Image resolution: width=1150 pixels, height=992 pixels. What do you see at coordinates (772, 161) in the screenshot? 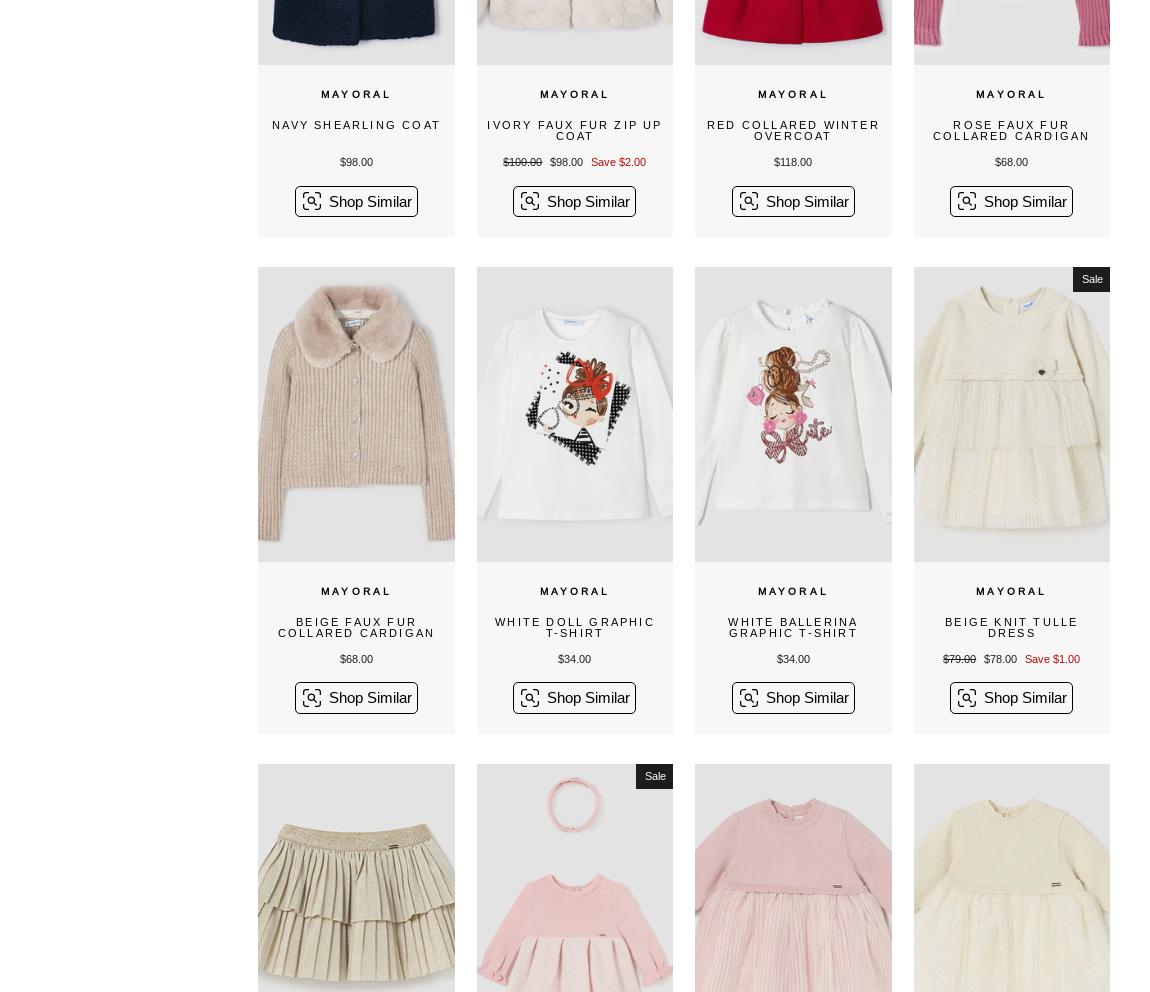
I see `'$118.00'` at bounding box center [772, 161].